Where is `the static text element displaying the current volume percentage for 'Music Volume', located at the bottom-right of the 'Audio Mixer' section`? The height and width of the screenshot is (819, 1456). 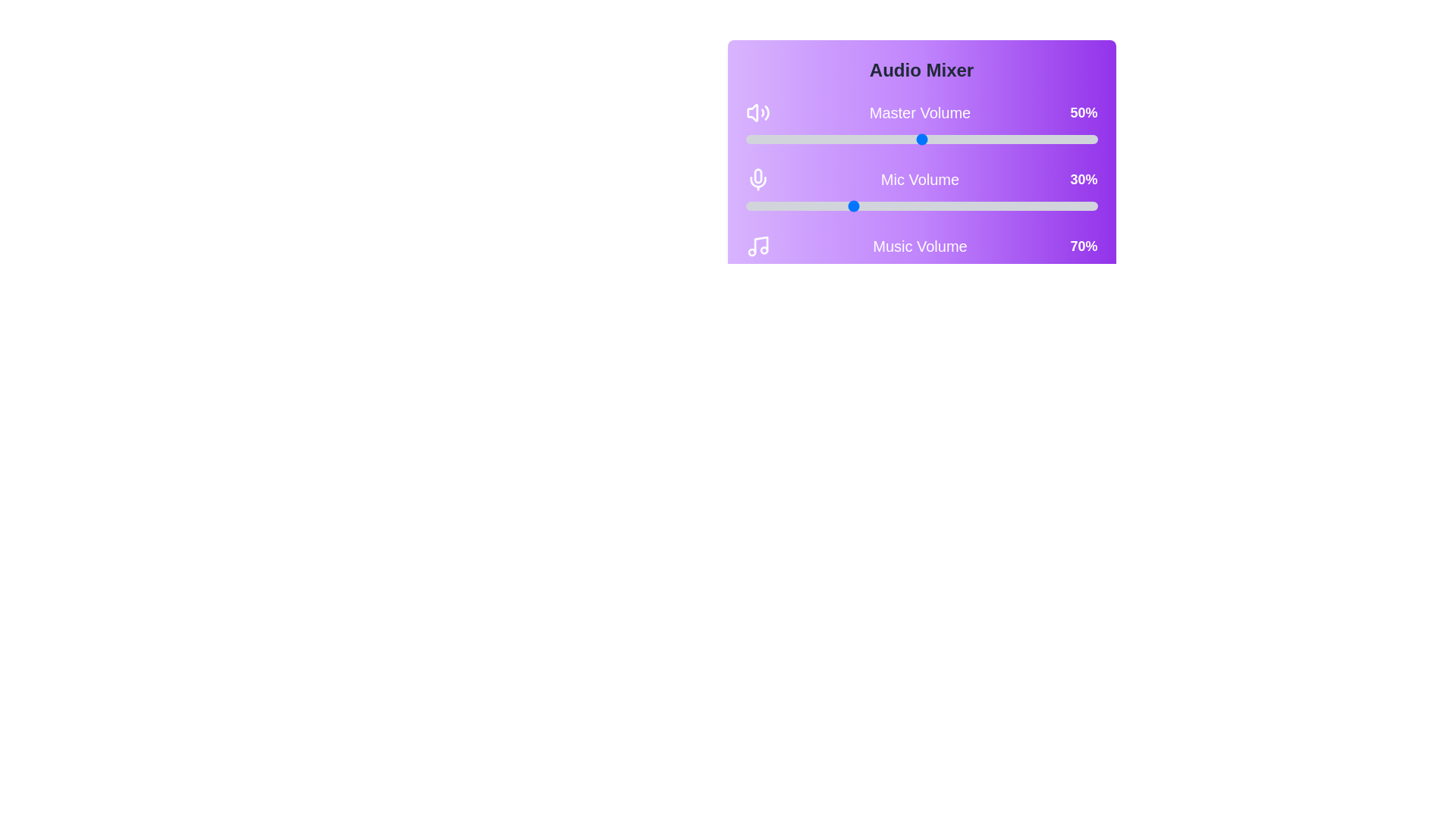 the static text element displaying the current volume percentage for 'Music Volume', located at the bottom-right of the 'Audio Mixer' section is located at coordinates (1083, 245).